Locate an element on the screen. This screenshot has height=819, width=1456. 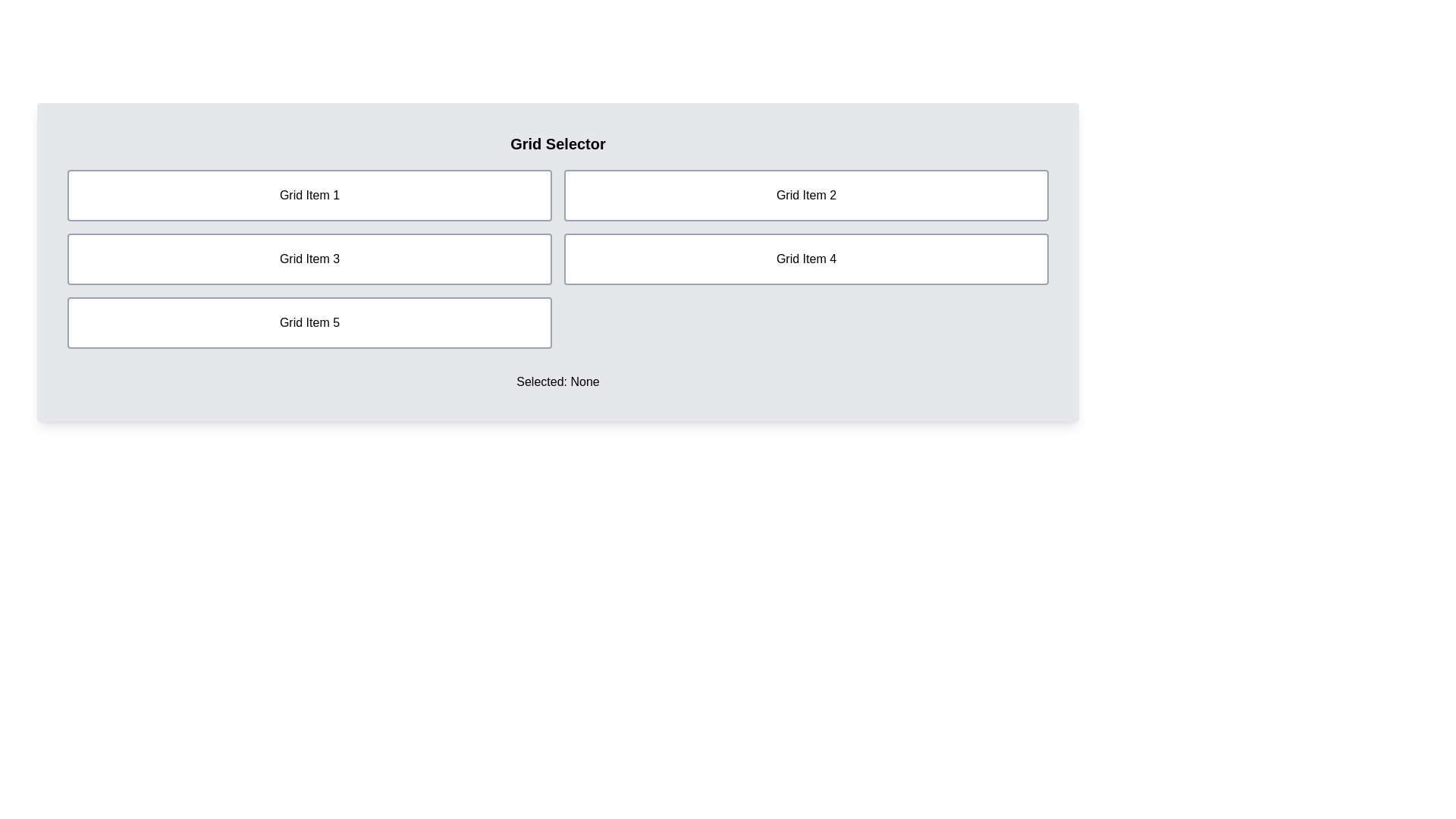
the selectable grid item labeled 'Grid Item 4', which is a rectangular box with a white background and gray border, located in the second column of the second row of the 'Grid Selector' section is located at coordinates (805, 259).